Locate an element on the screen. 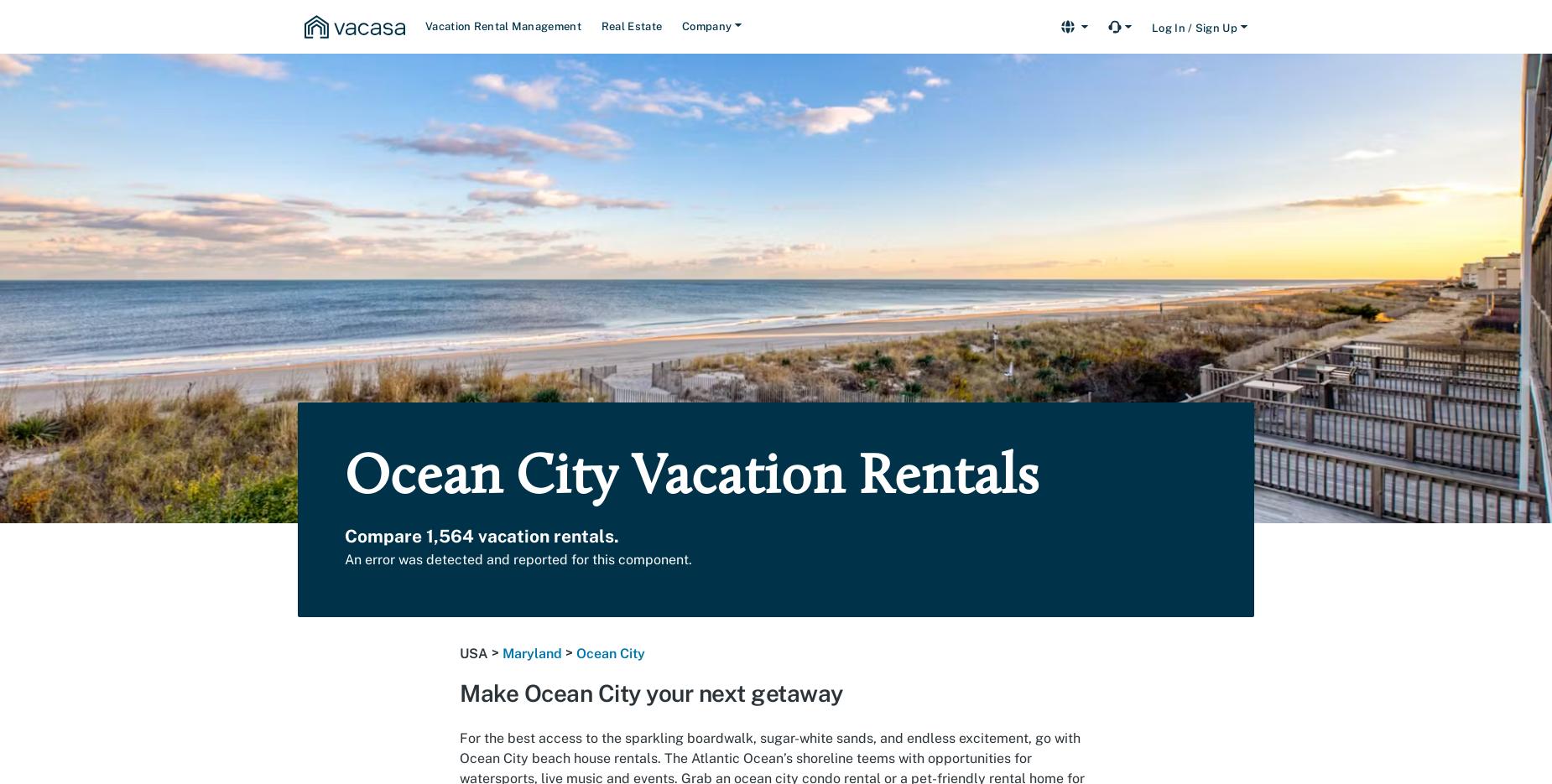 This screenshot has height=784, width=1552. 'Real Estate' is located at coordinates (631, 25).